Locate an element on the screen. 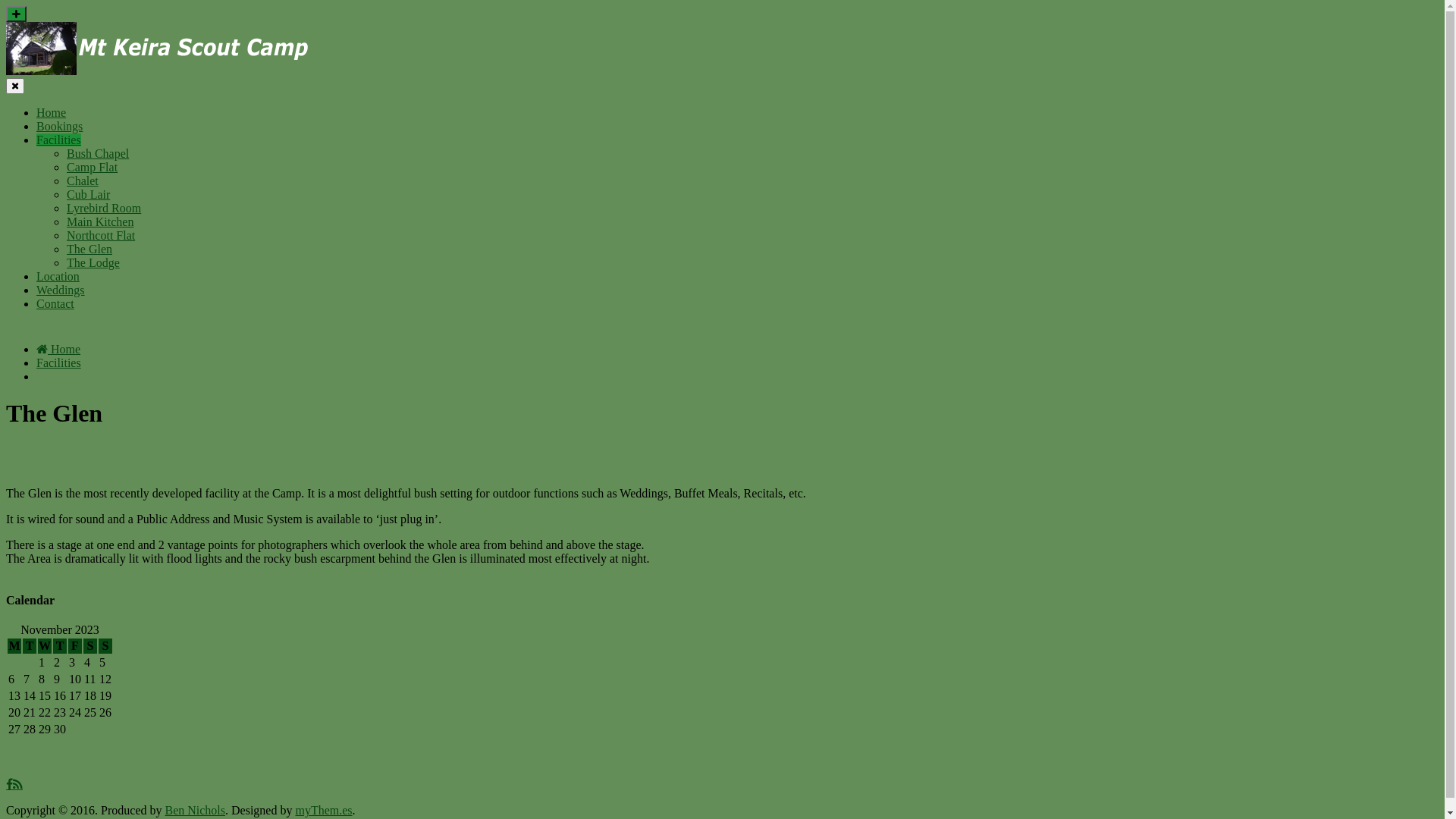 The image size is (1456, 819). 'Mt Keira Scout Camp - SC&T Region Scouts' is located at coordinates (157, 71).